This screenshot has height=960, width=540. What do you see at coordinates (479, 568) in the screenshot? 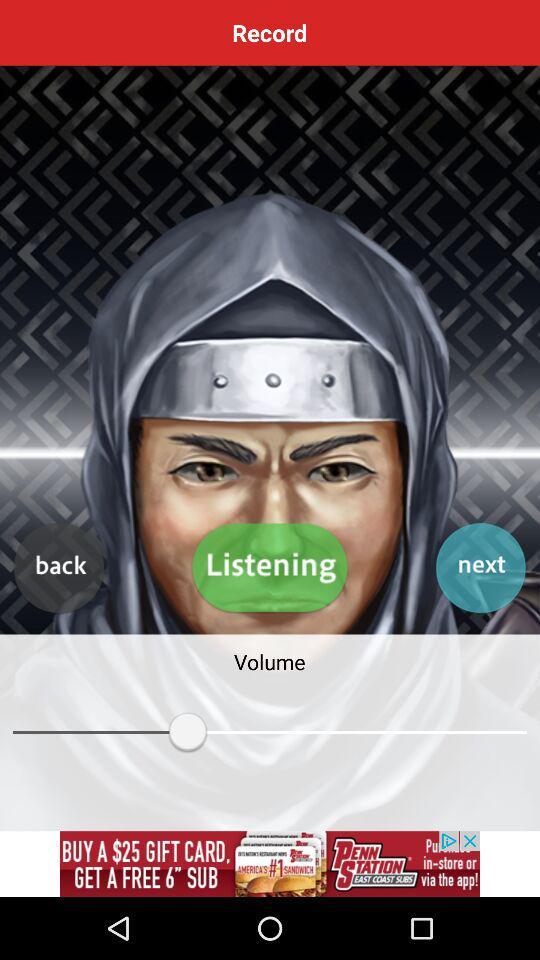
I see `next` at bounding box center [479, 568].